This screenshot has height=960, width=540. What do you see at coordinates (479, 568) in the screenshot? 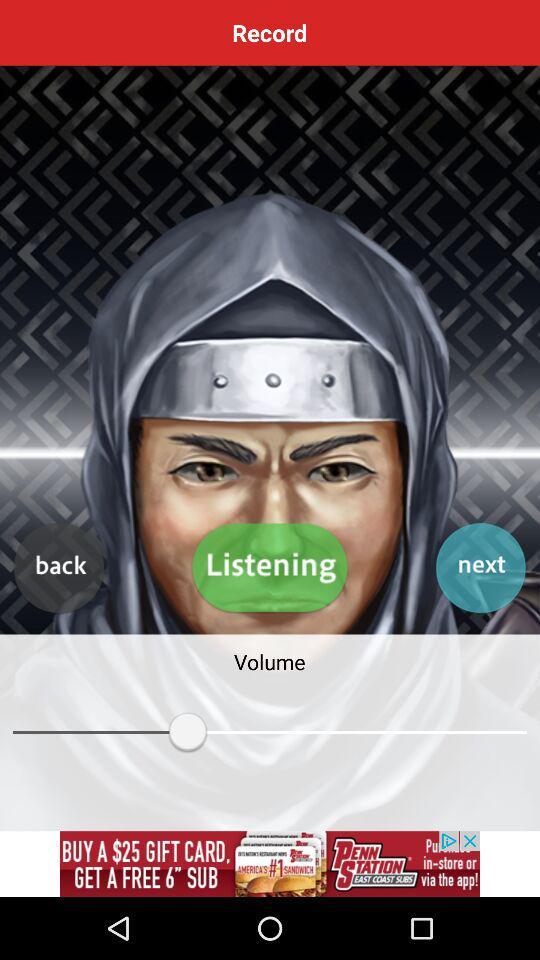
I see `next` at bounding box center [479, 568].